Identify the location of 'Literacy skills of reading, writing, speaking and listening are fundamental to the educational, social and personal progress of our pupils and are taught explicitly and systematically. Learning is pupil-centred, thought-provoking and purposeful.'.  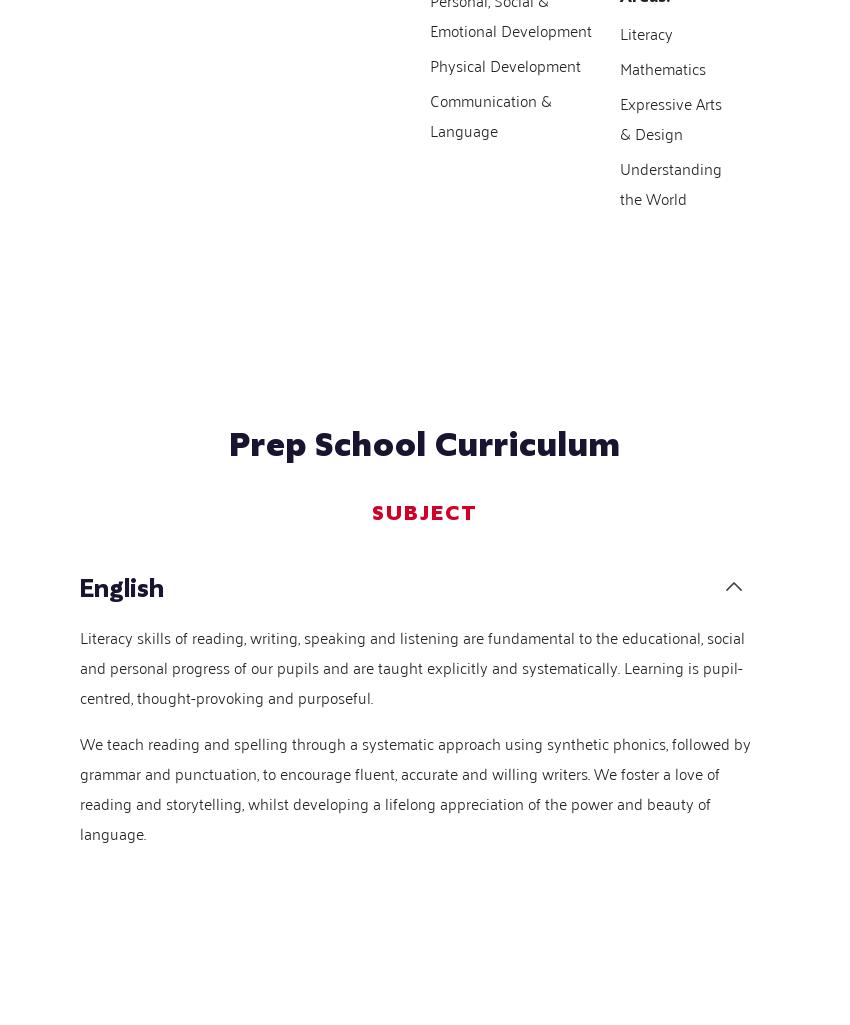
(412, 666).